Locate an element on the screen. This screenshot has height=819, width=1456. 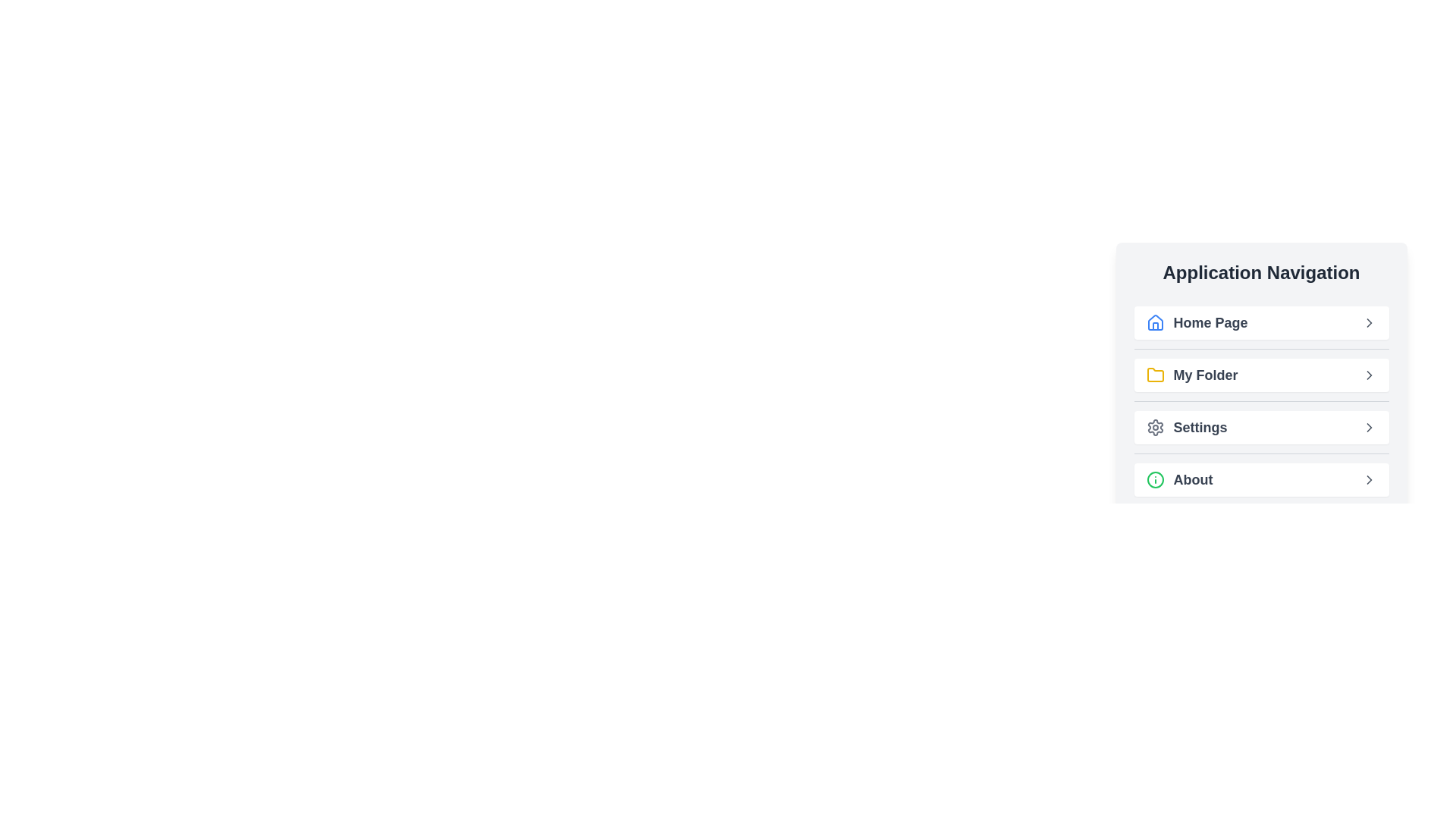
the navigation button for 'My Folder' located as the second item in the list, beneath 'Home Page' and above 'Settings' is located at coordinates (1261, 375).